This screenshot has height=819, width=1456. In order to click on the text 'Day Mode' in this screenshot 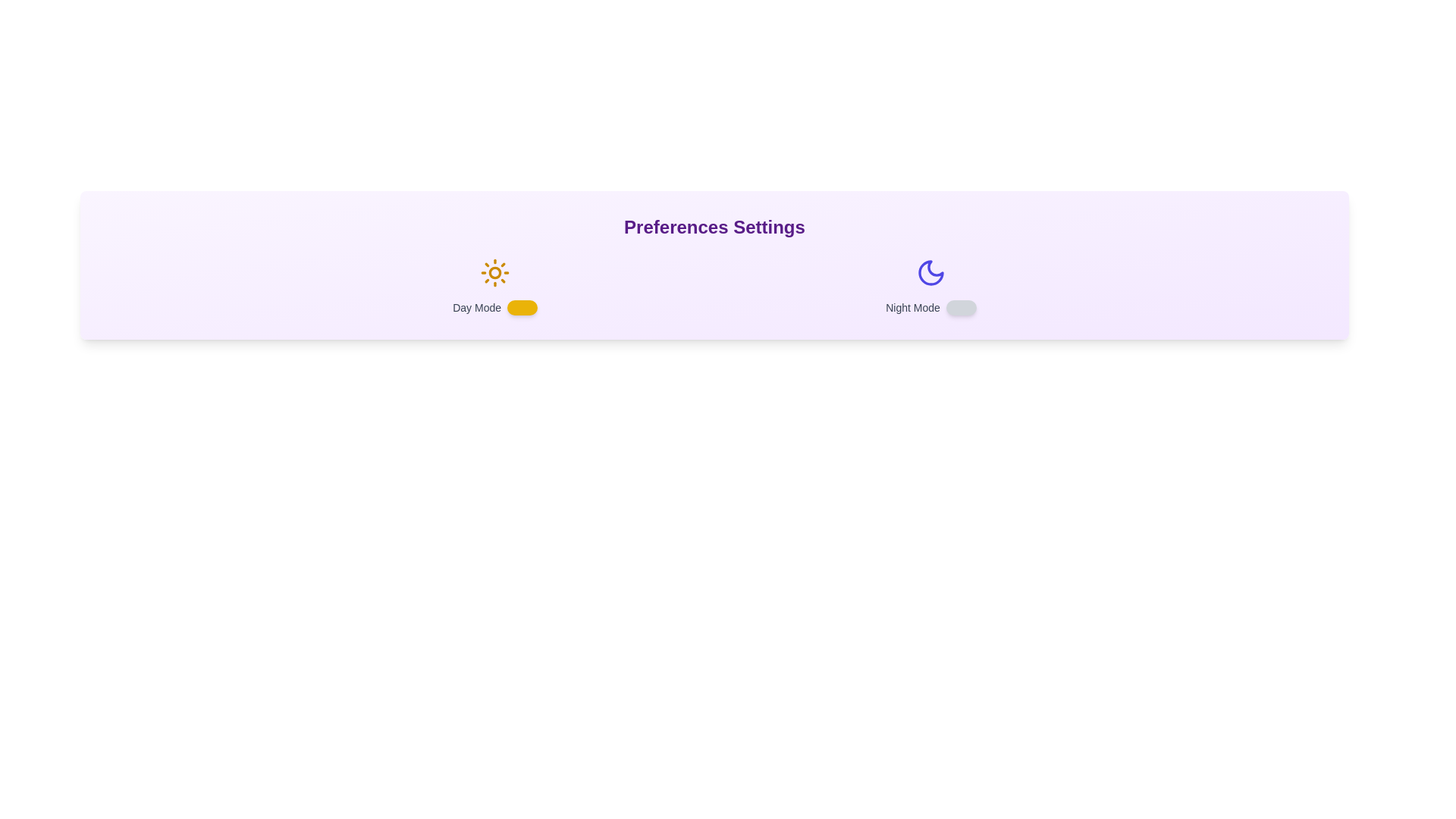, I will do `click(494, 287)`.